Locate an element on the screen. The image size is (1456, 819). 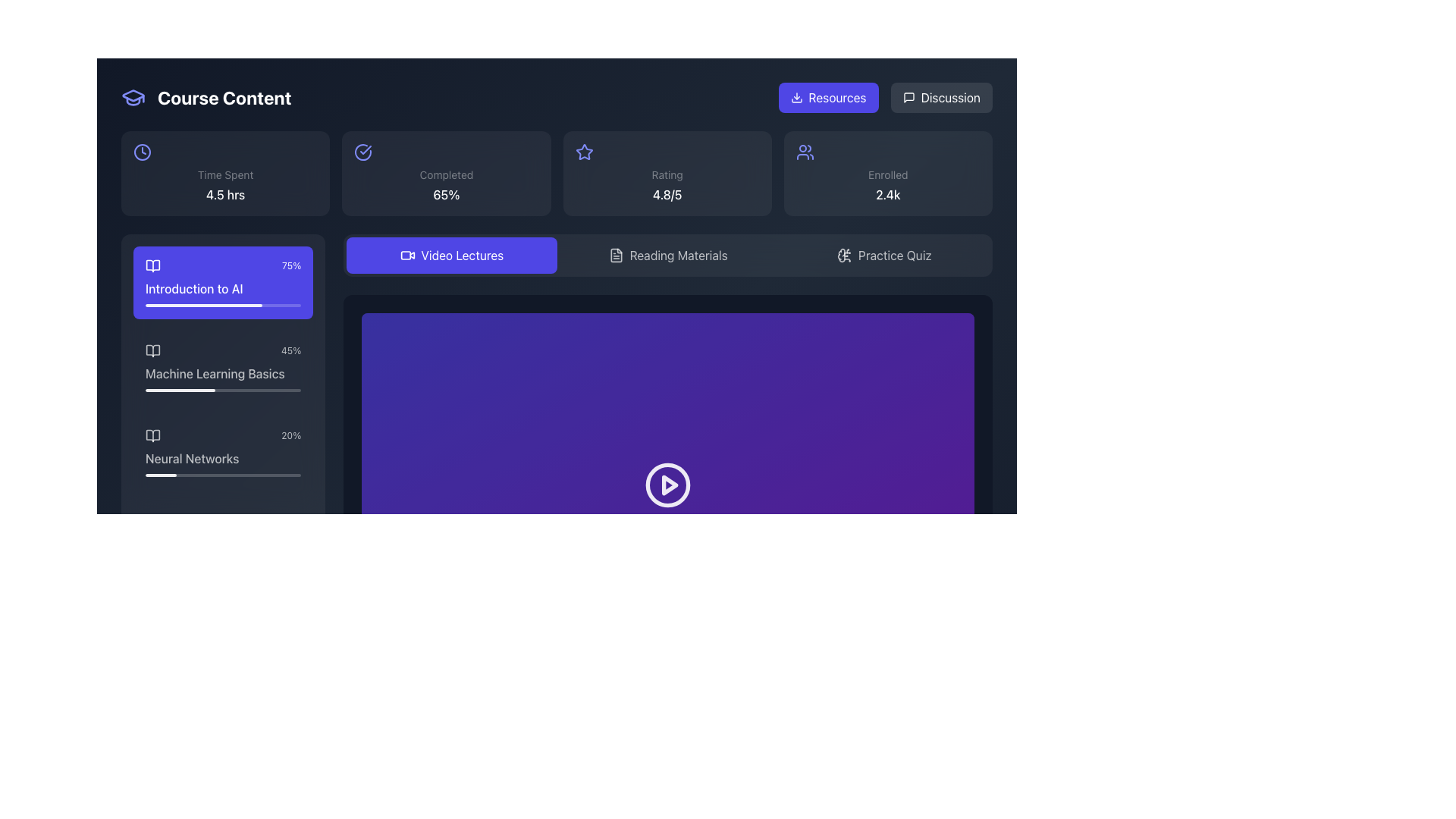
the small speech bubble icon located within the 'Discussion' button in the upper-right corner of the interface, positioned to the left of the 'Discussion' text is located at coordinates (908, 97).